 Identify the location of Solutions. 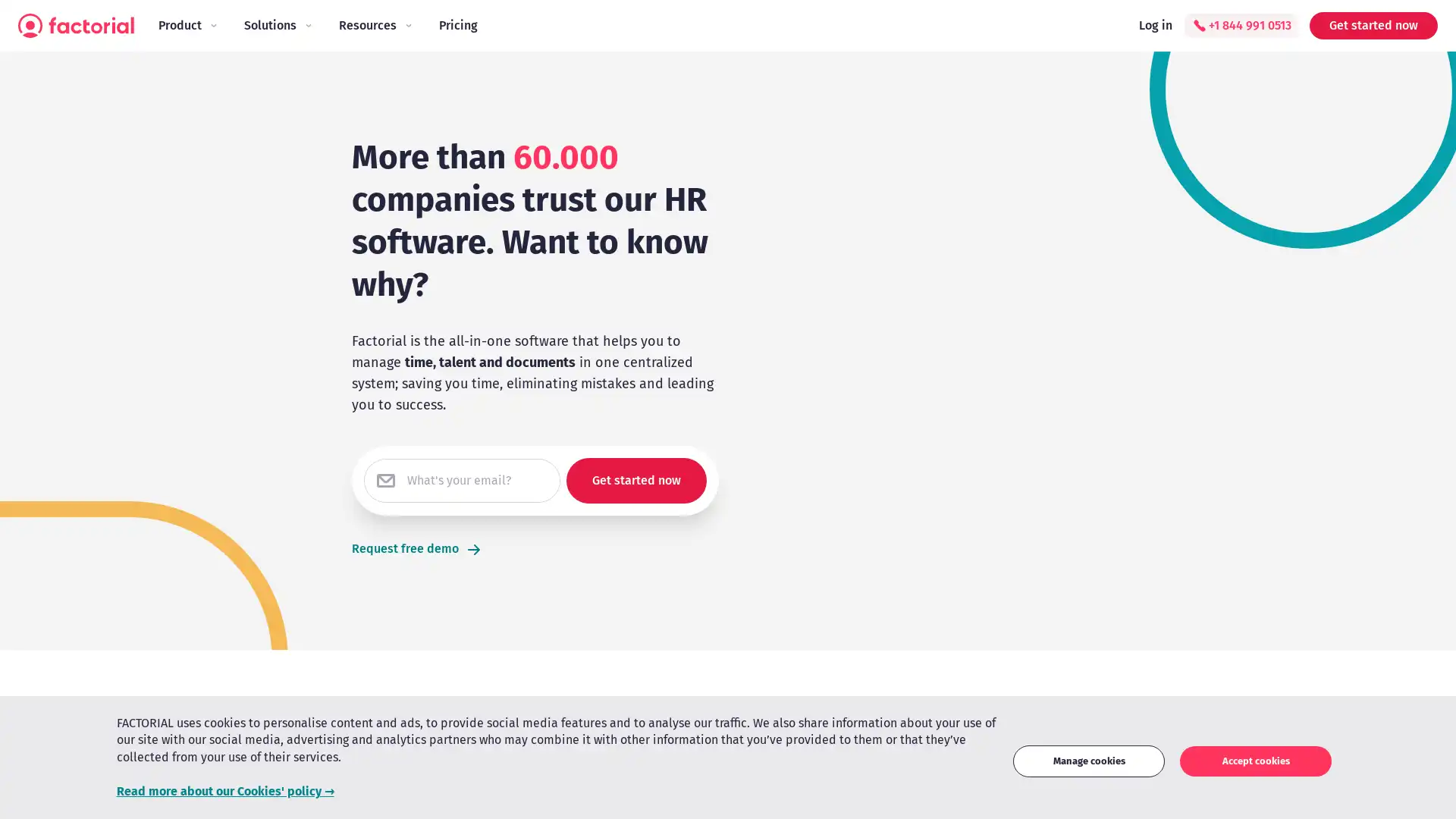
(279, 26).